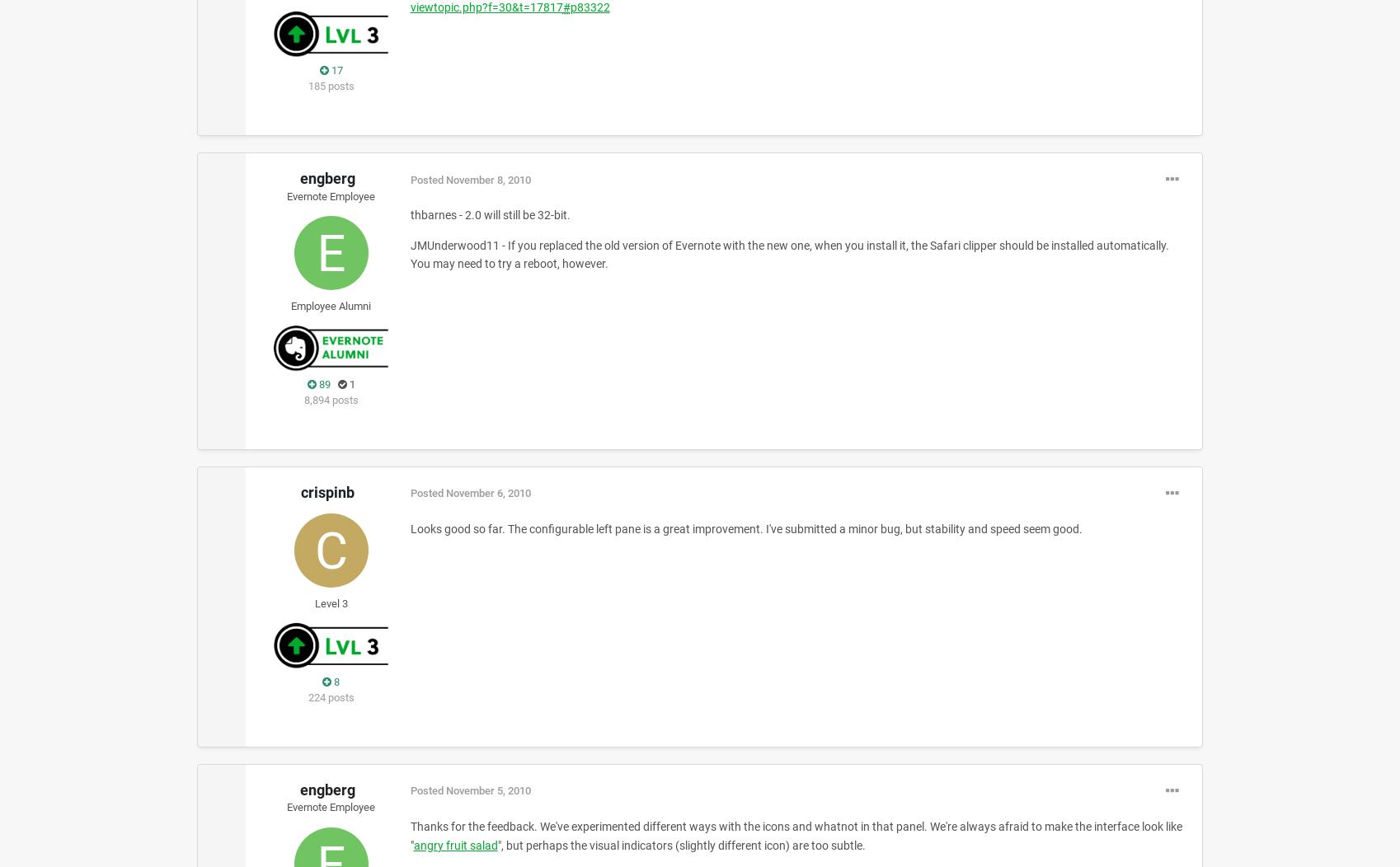  Describe the element at coordinates (487, 790) in the screenshot. I see `'November 5, 2010'` at that location.